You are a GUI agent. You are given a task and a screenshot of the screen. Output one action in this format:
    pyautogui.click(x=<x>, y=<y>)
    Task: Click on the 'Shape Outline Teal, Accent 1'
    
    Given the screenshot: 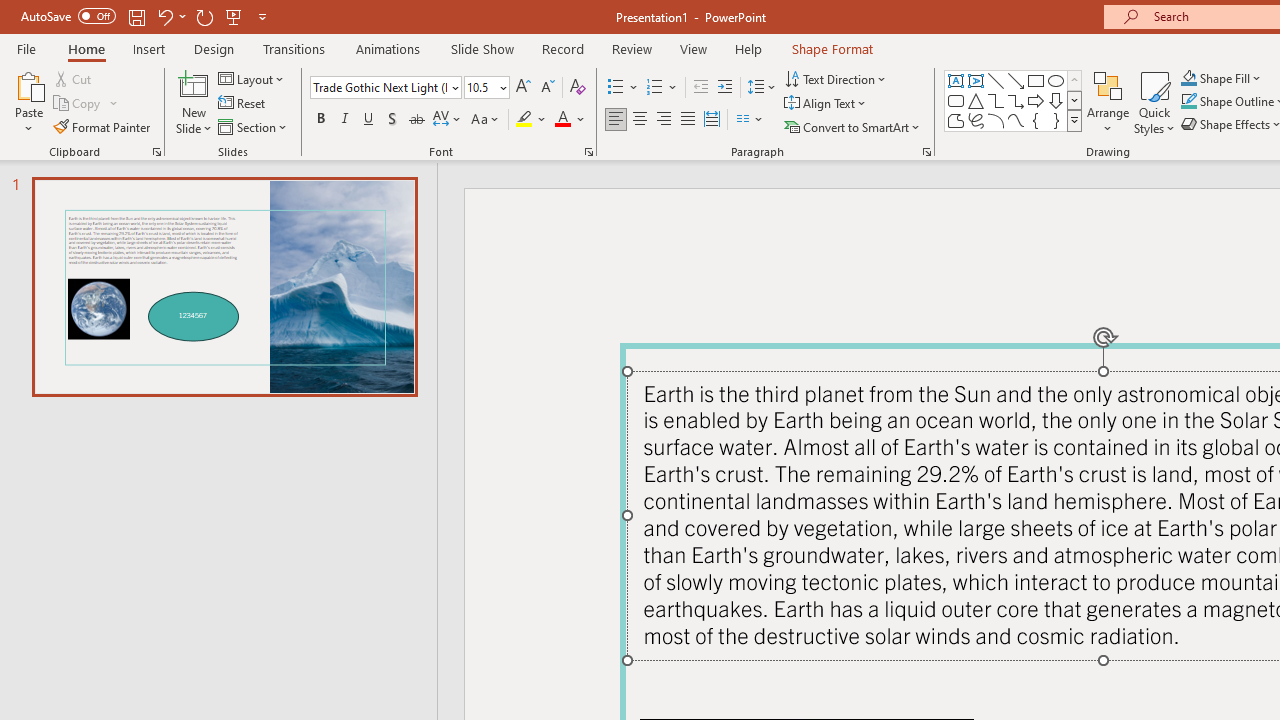 What is the action you would take?
    pyautogui.click(x=1189, y=101)
    